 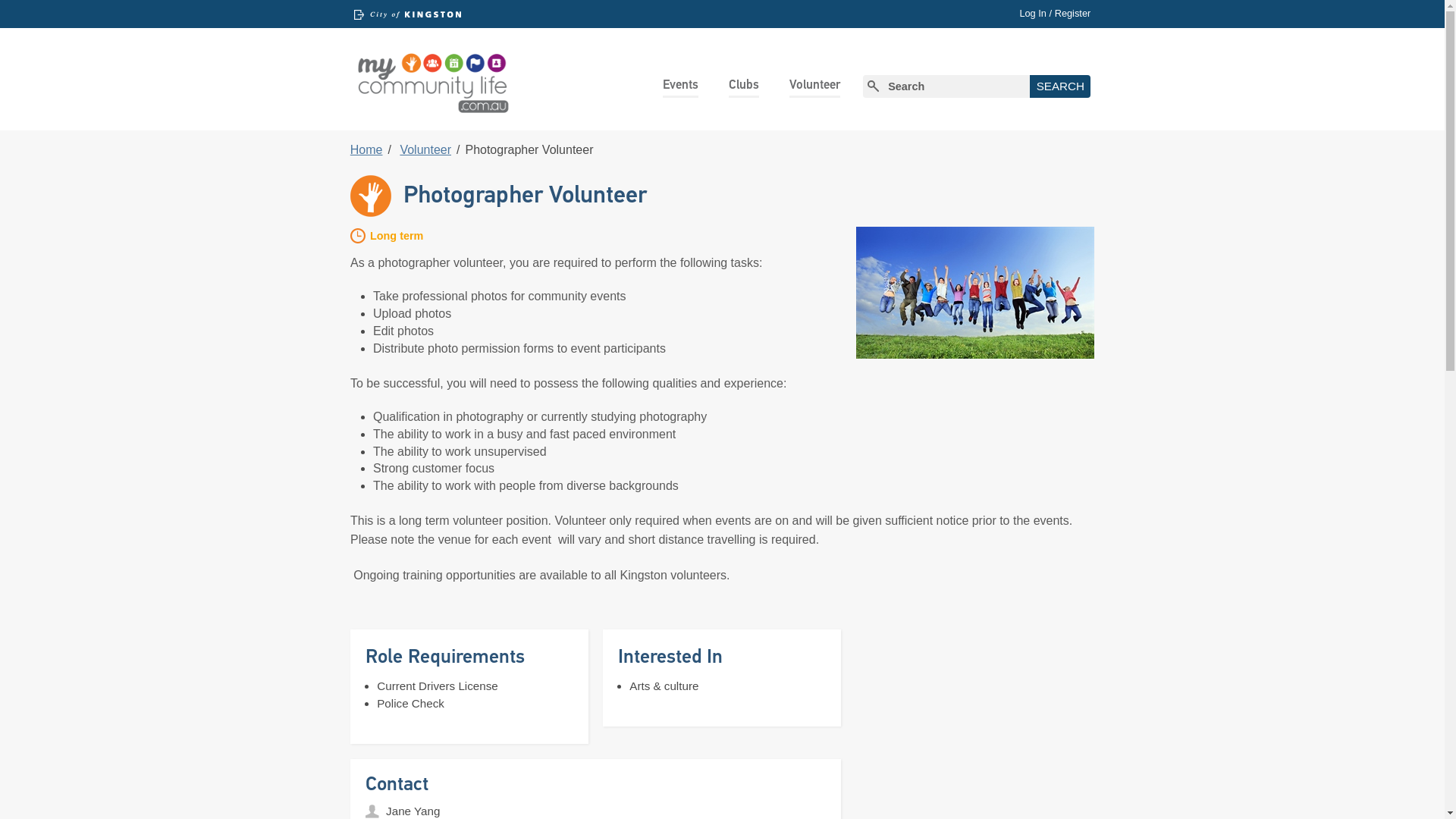 I want to click on 'Log In / Register', so click(x=1054, y=12).